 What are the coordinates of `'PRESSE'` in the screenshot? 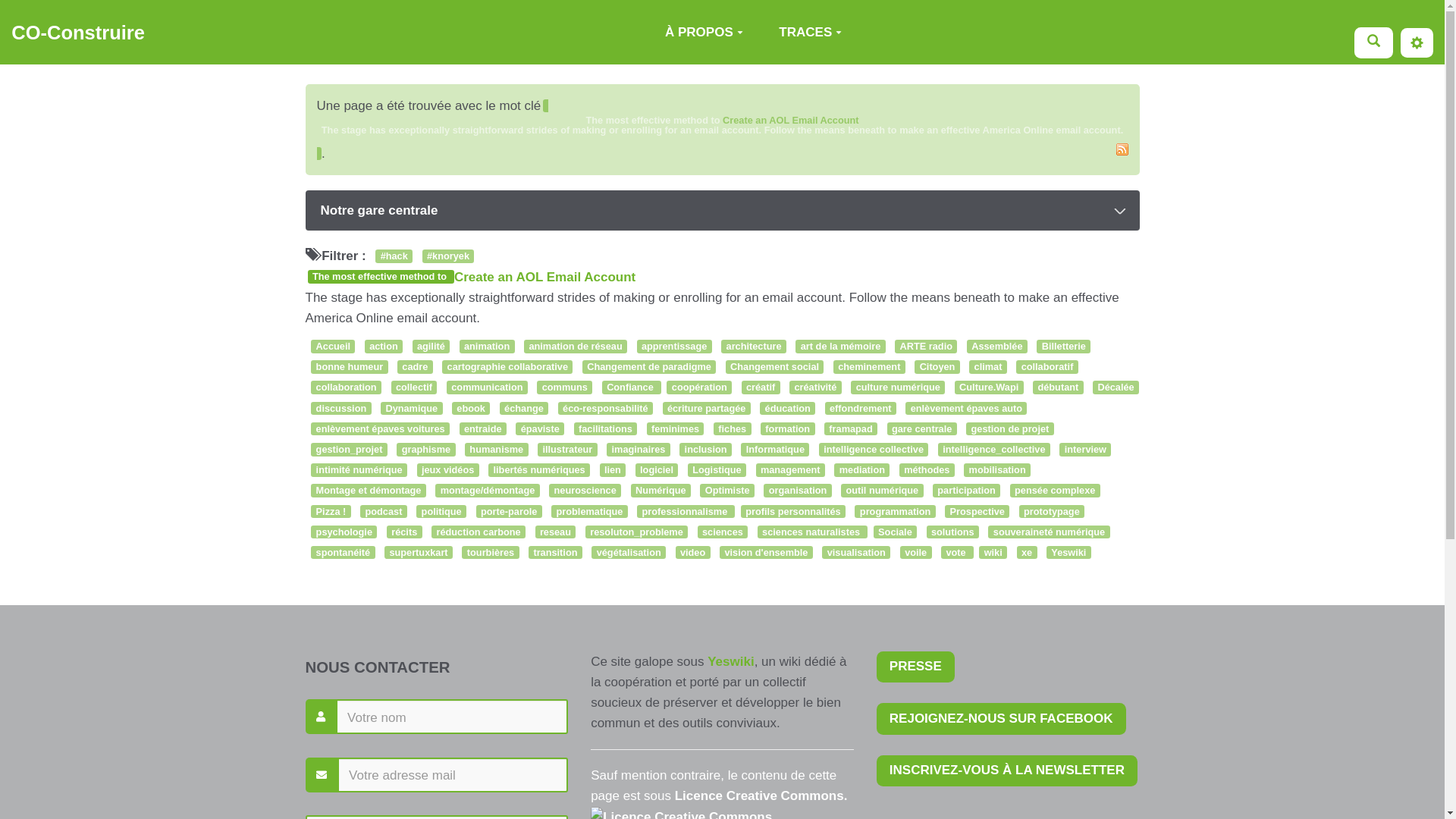 It's located at (915, 666).